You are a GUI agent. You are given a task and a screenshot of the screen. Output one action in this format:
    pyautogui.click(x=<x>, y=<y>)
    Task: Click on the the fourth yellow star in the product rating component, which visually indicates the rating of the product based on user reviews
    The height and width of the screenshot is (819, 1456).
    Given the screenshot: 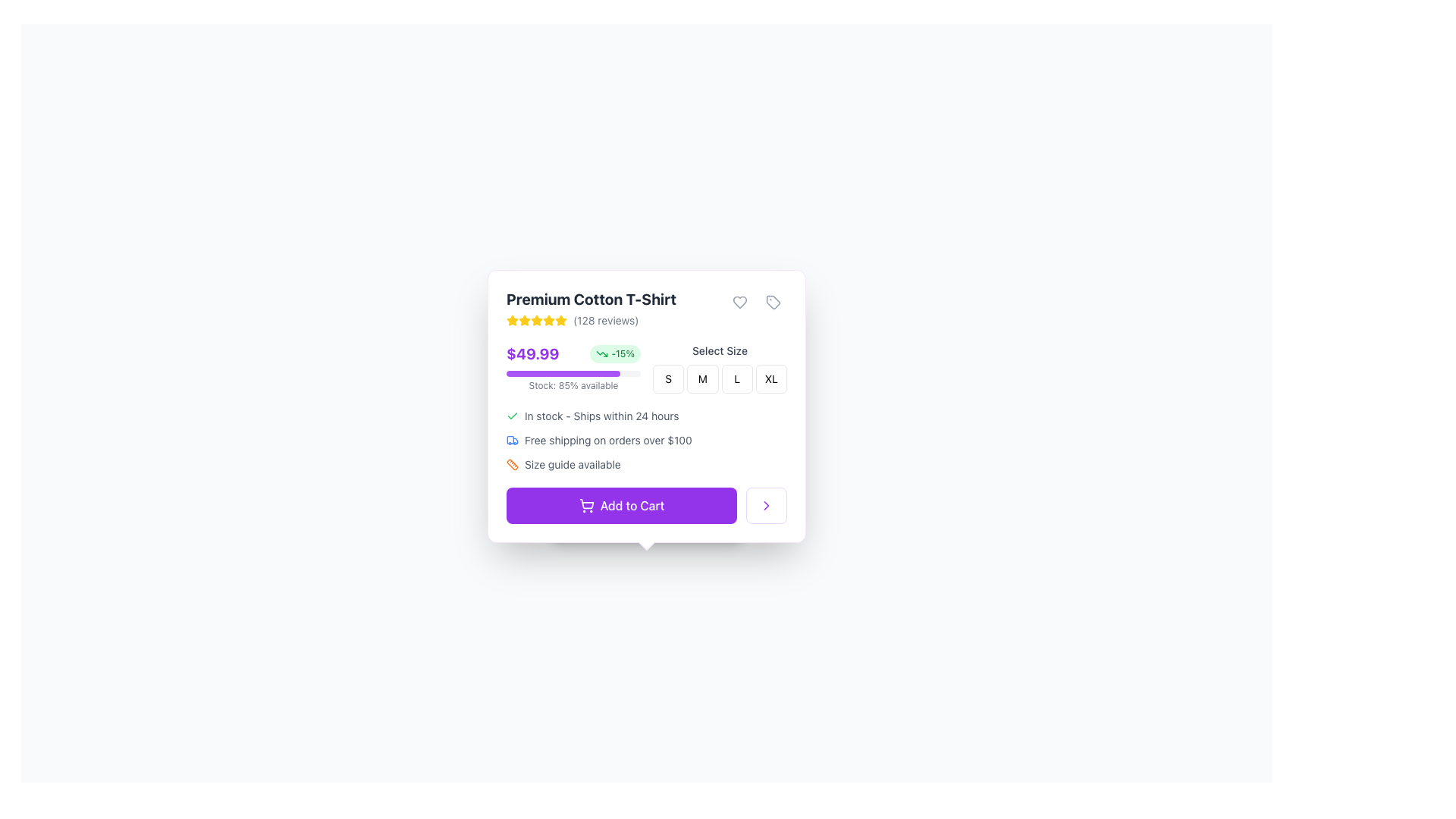 What is the action you would take?
    pyautogui.click(x=537, y=319)
    